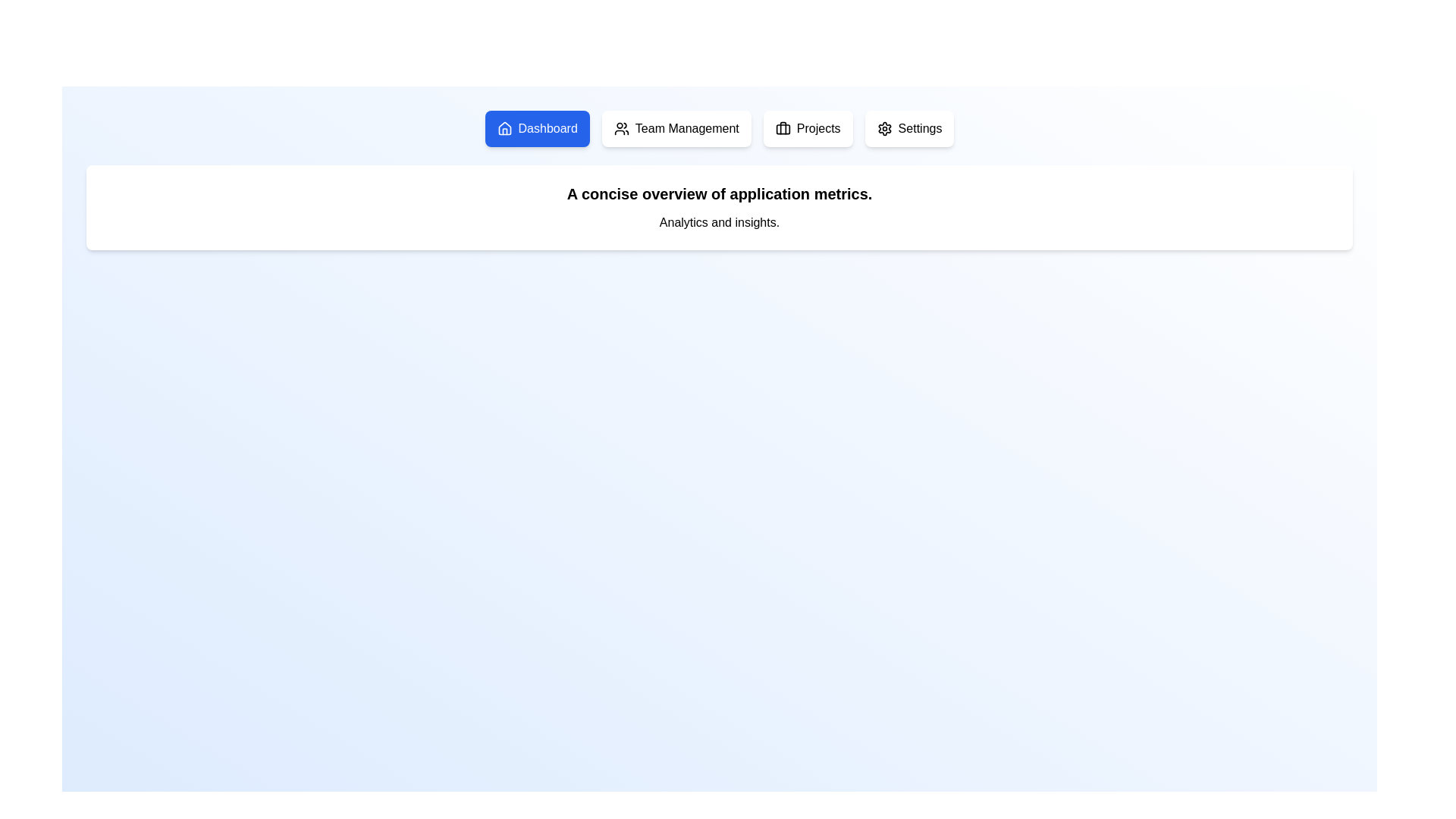 This screenshot has height=819, width=1456. I want to click on the Informational Text Block that summarizes application metrics, located in the upper third of the interface, so click(719, 207).